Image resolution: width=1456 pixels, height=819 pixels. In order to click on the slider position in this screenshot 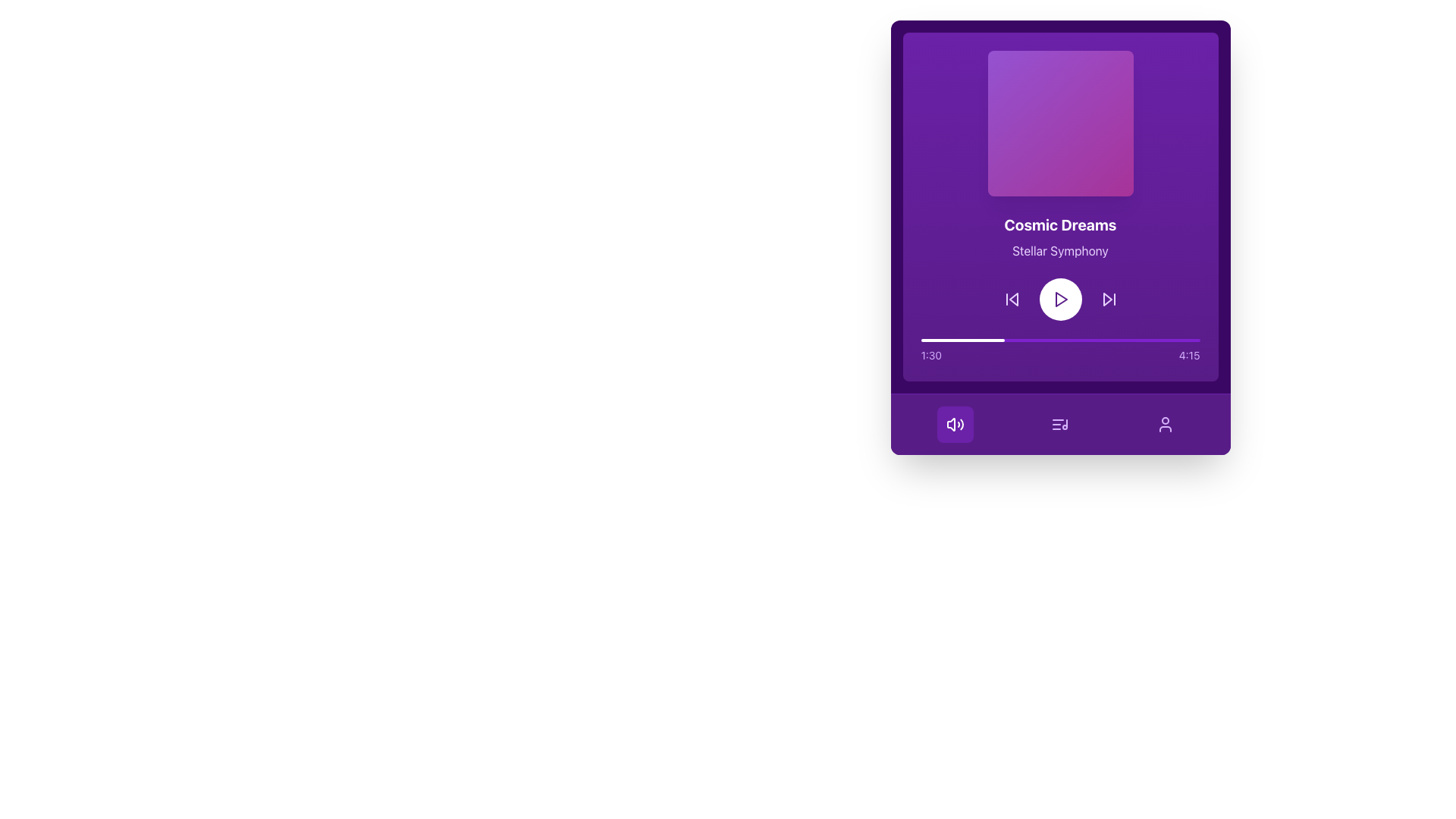, I will do `click(960, 339)`.